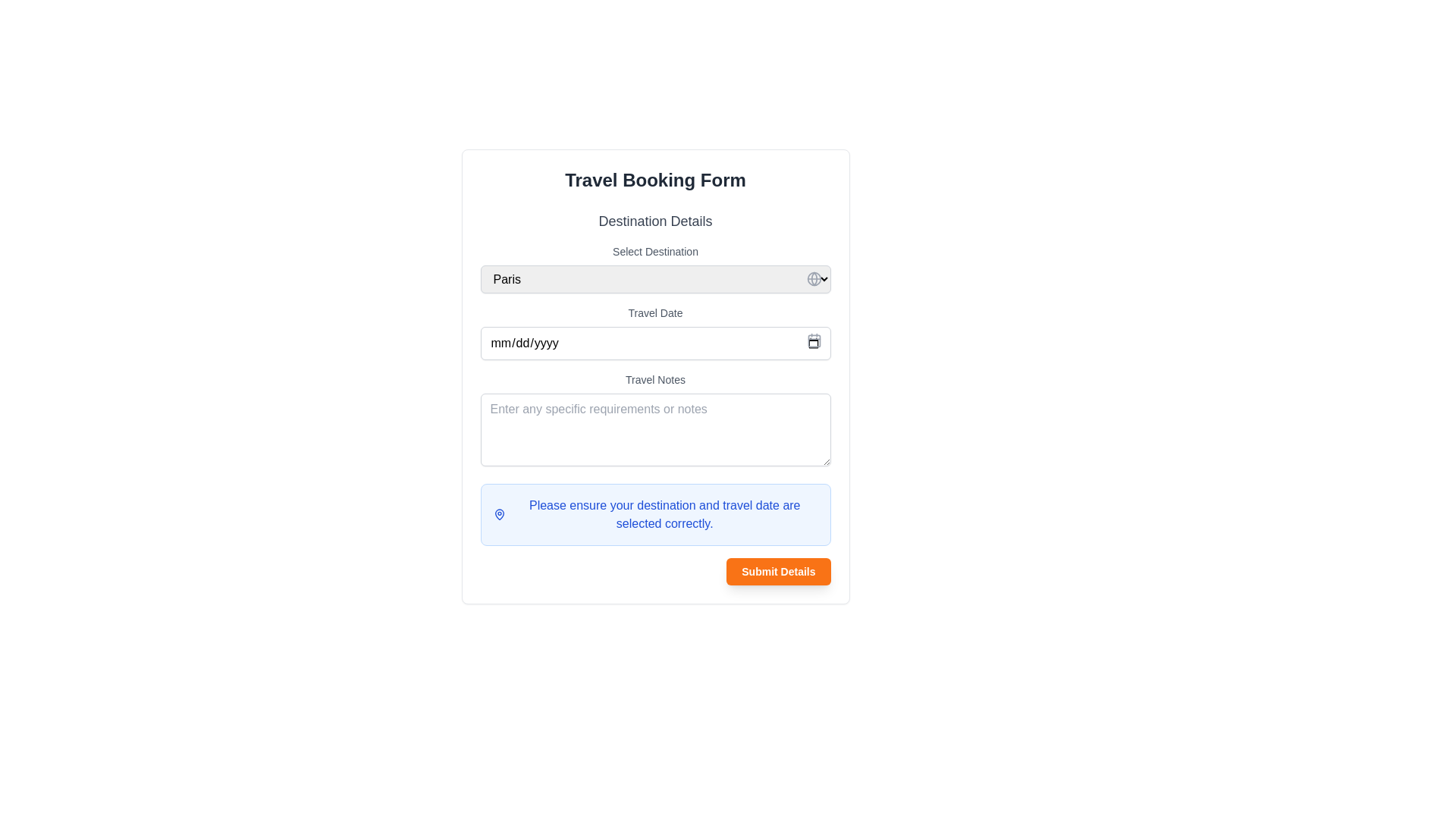 The width and height of the screenshot is (1456, 819). I want to click on the 'Destination' section title text label, which is located at the top of the form layout, above 'Select Destination' and below 'Travel Booking Form', so click(655, 221).